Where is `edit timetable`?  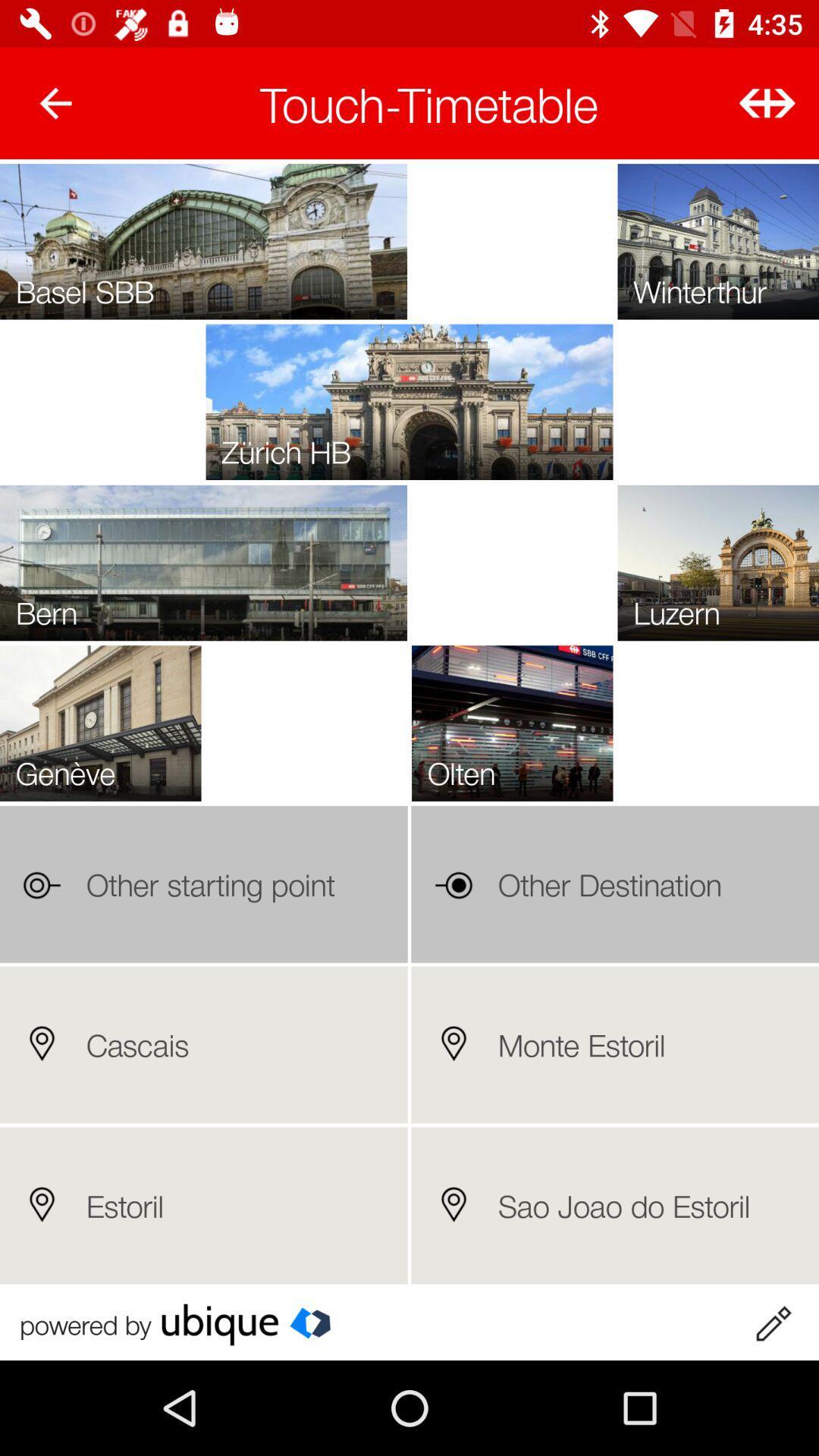 edit timetable is located at coordinates (773, 1323).